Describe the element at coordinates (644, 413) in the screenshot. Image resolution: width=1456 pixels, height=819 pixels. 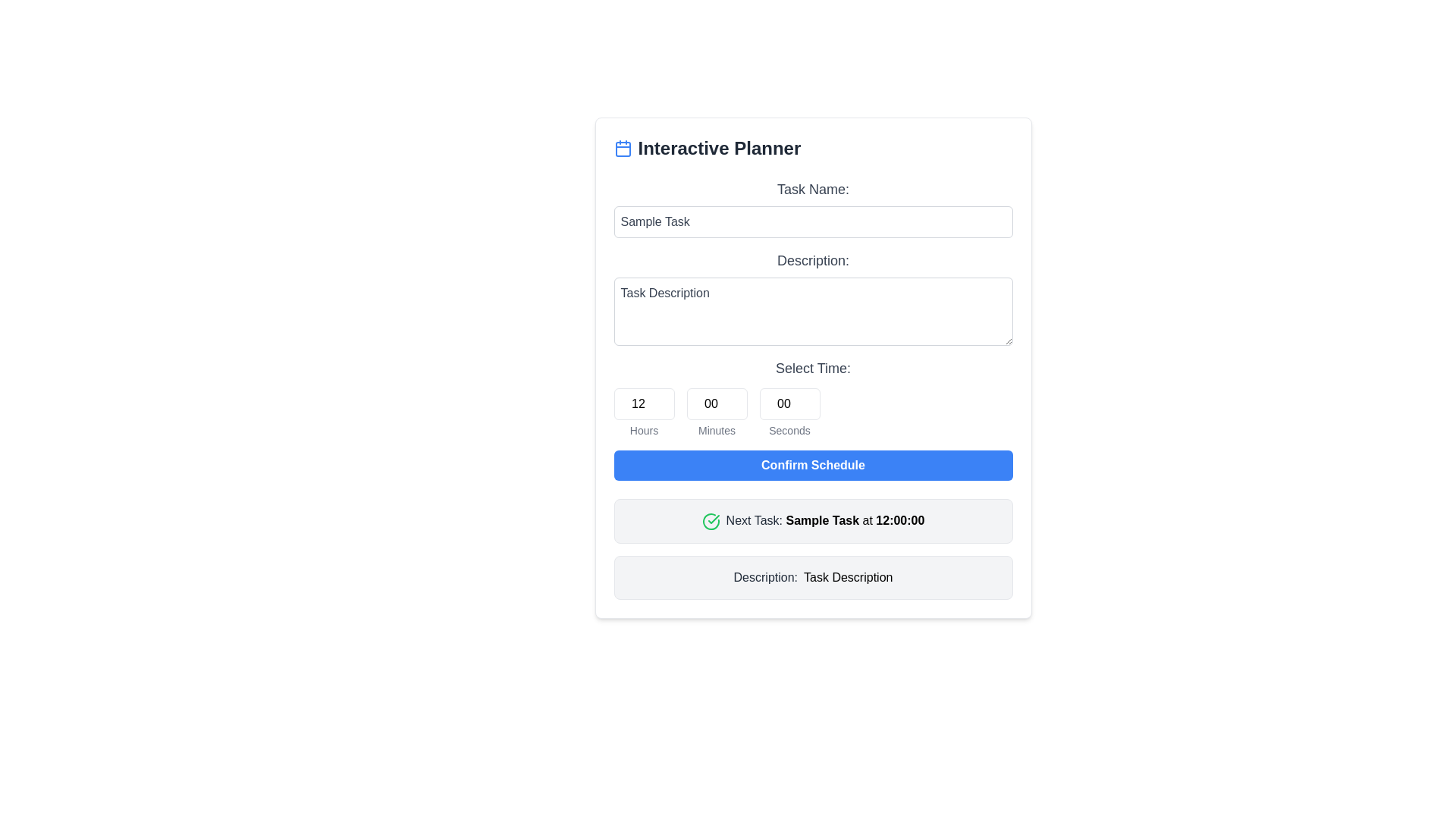
I see `the leftmost Numeric Input Field labeled 'Hours' to focus on the input for setting the hour component of a specific time` at that location.